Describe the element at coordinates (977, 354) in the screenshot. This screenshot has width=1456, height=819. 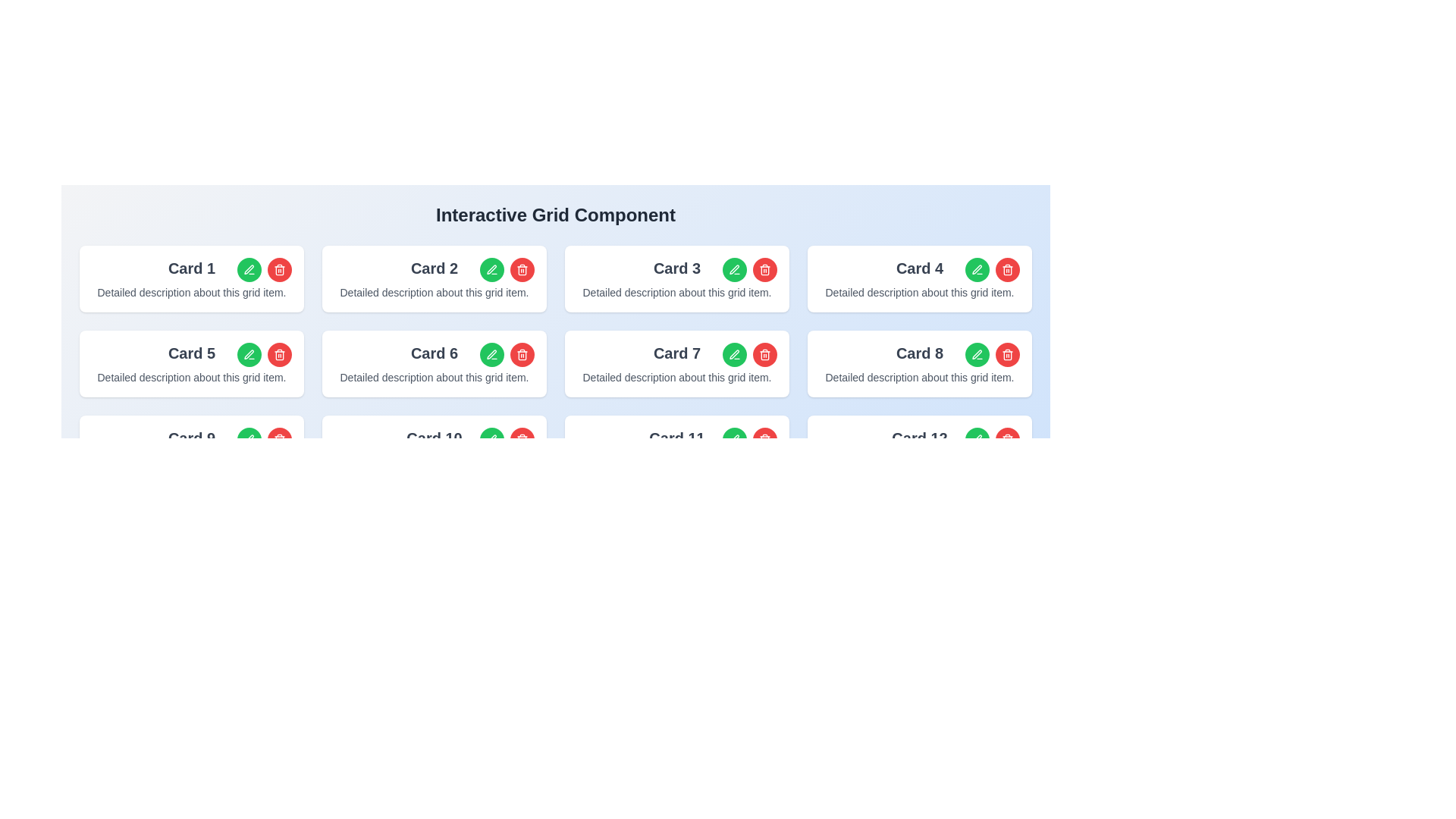
I see `the stylized pen tip icon located within 'Card 8' in the interactive grid layout, which is part of the icon set for editing and deletion functionalities` at that location.